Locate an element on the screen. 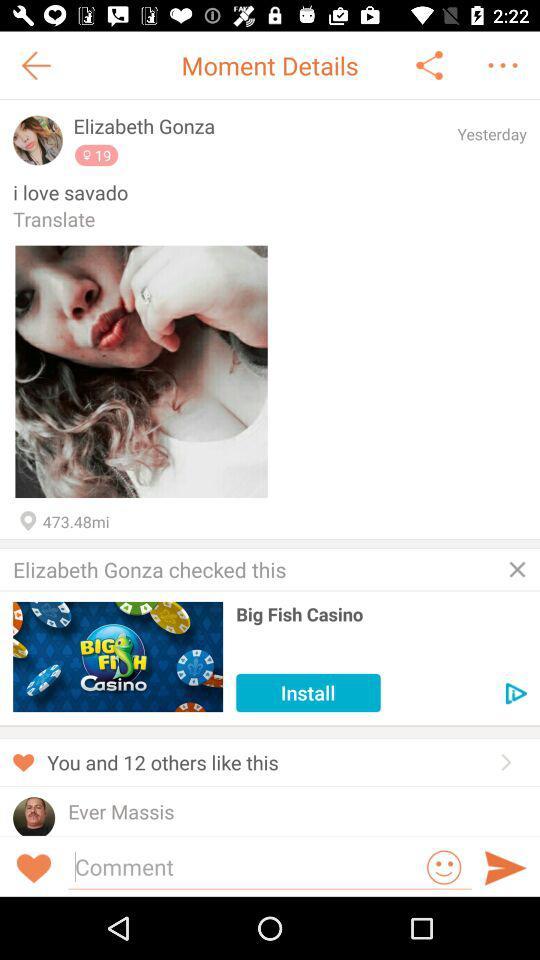  favorite is located at coordinates (140, 370).